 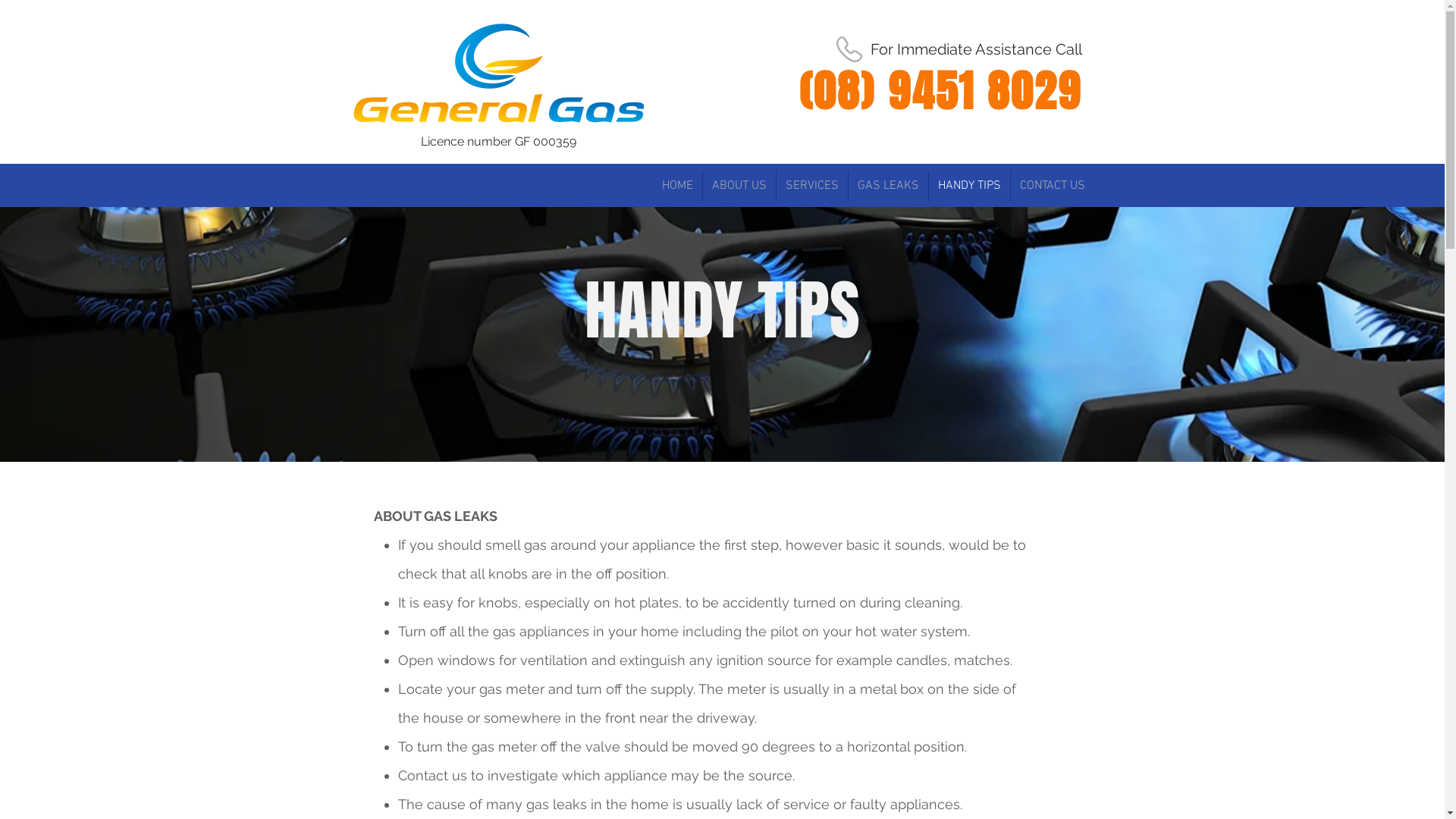 I want to click on 'ABOUT US', so click(x=739, y=185).